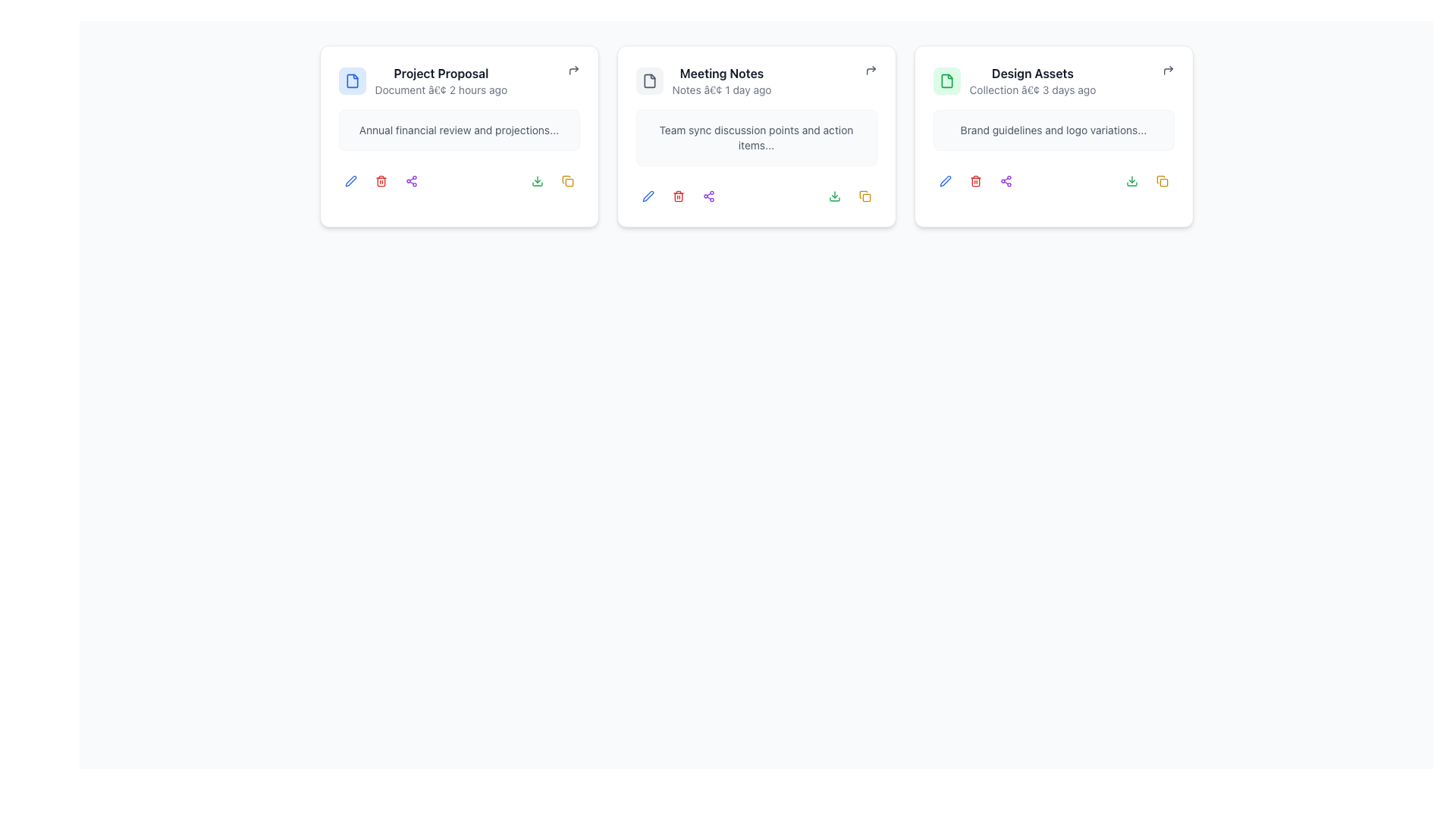 The height and width of the screenshot is (819, 1456). Describe the element at coordinates (566, 180) in the screenshot. I see `the icon button, which is styled as two overlapping squares in yellow, located under the 'Project Proposal' card as the third action icon on the right side` at that location.